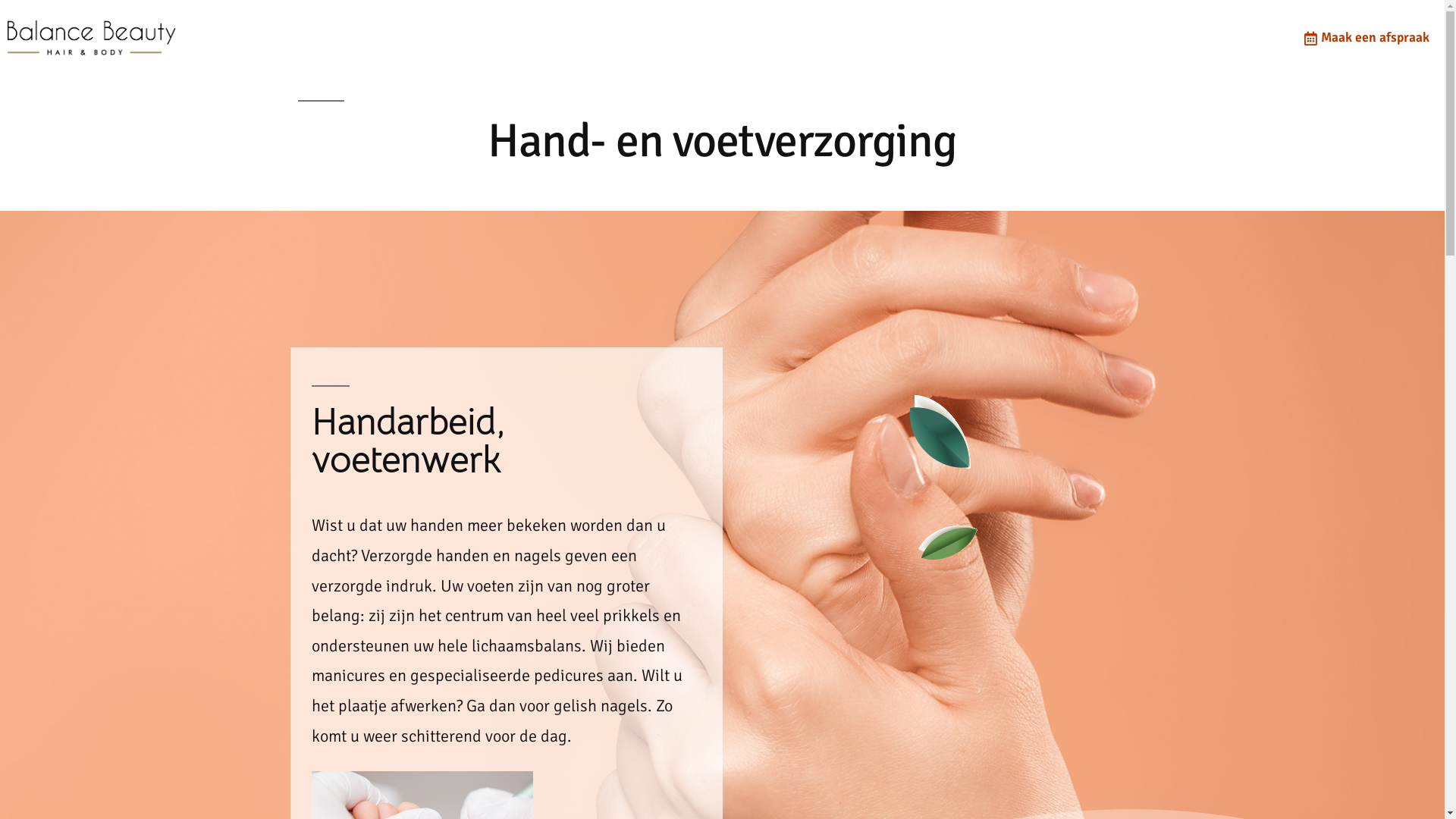  I want to click on 'Maak een afspraak', so click(1364, 37).